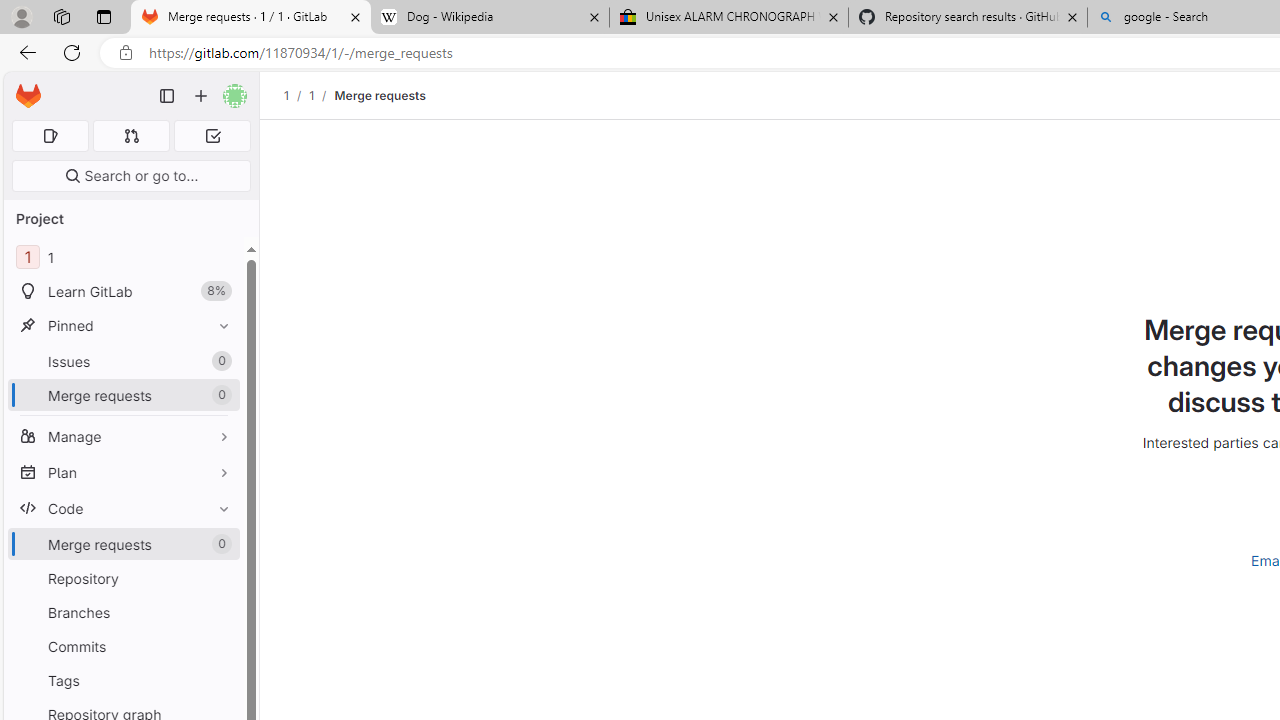 This screenshot has height=720, width=1280. What do you see at coordinates (212, 135) in the screenshot?
I see `'To-Do list 0'` at bounding box center [212, 135].